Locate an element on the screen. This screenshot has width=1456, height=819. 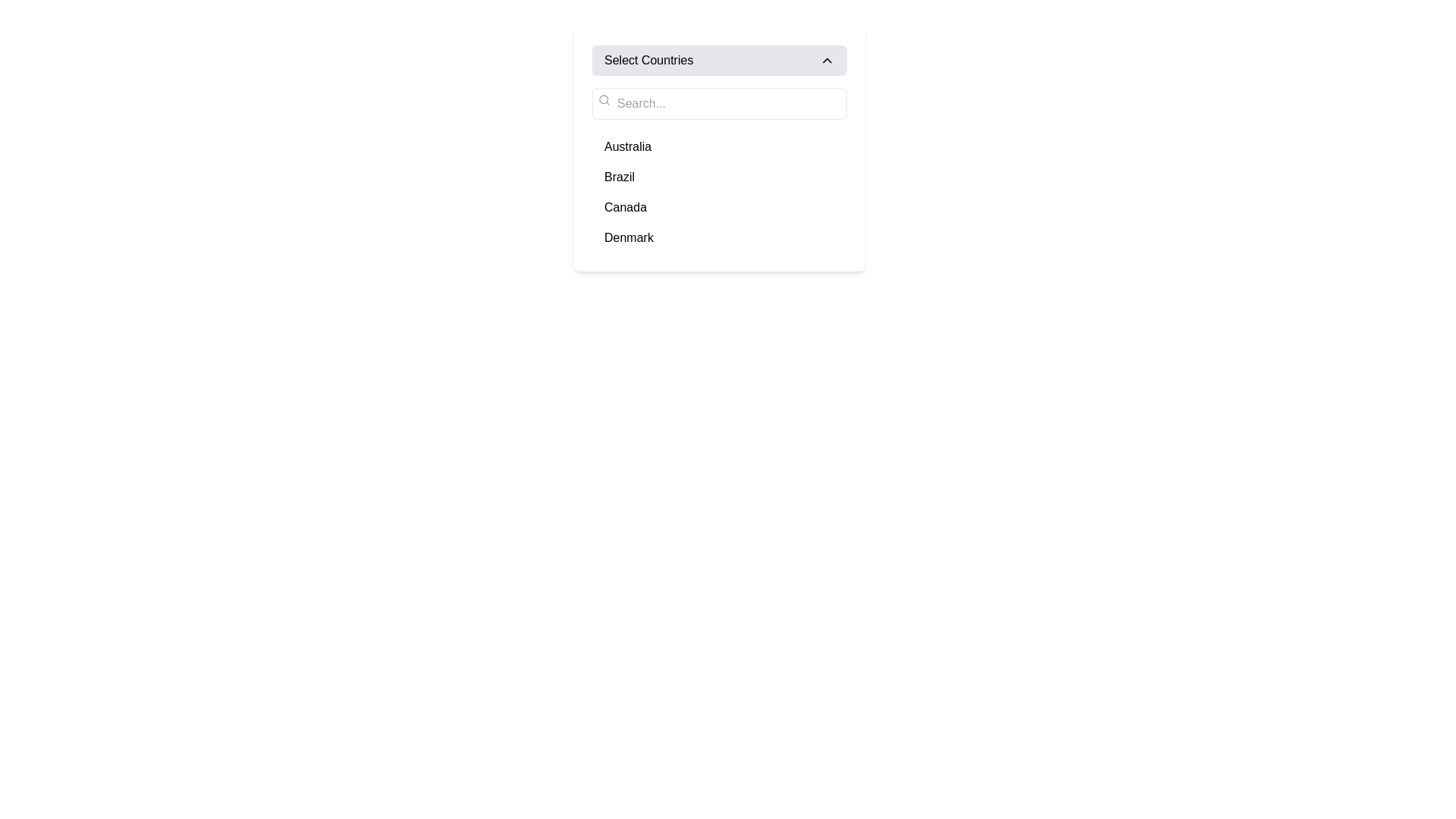
the text label displaying 'Canada' within the third option of the dropdown menu is located at coordinates (626, 207).